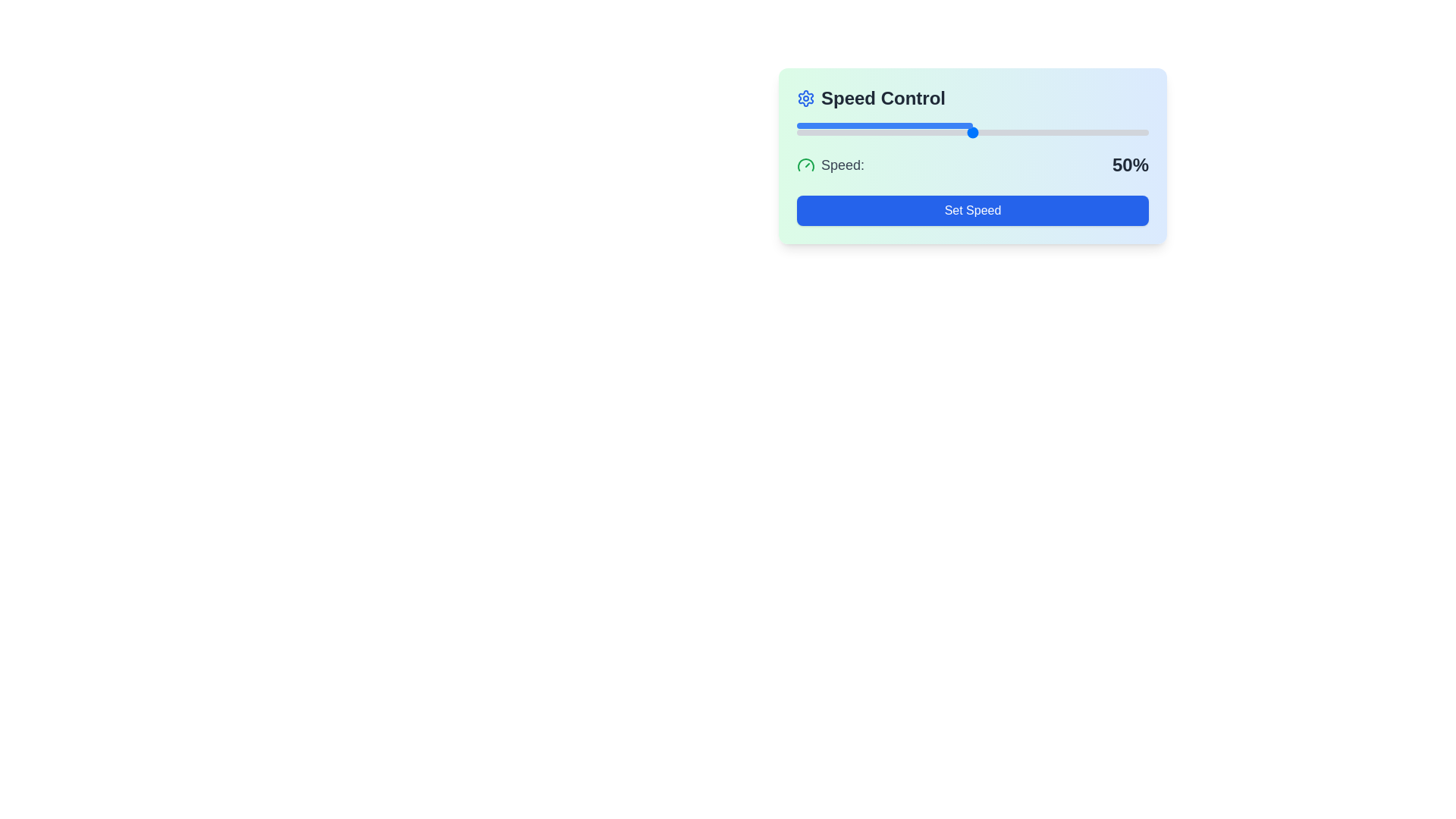 This screenshot has height=819, width=1456. What do you see at coordinates (814, 131) in the screenshot?
I see `the slider` at bounding box center [814, 131].